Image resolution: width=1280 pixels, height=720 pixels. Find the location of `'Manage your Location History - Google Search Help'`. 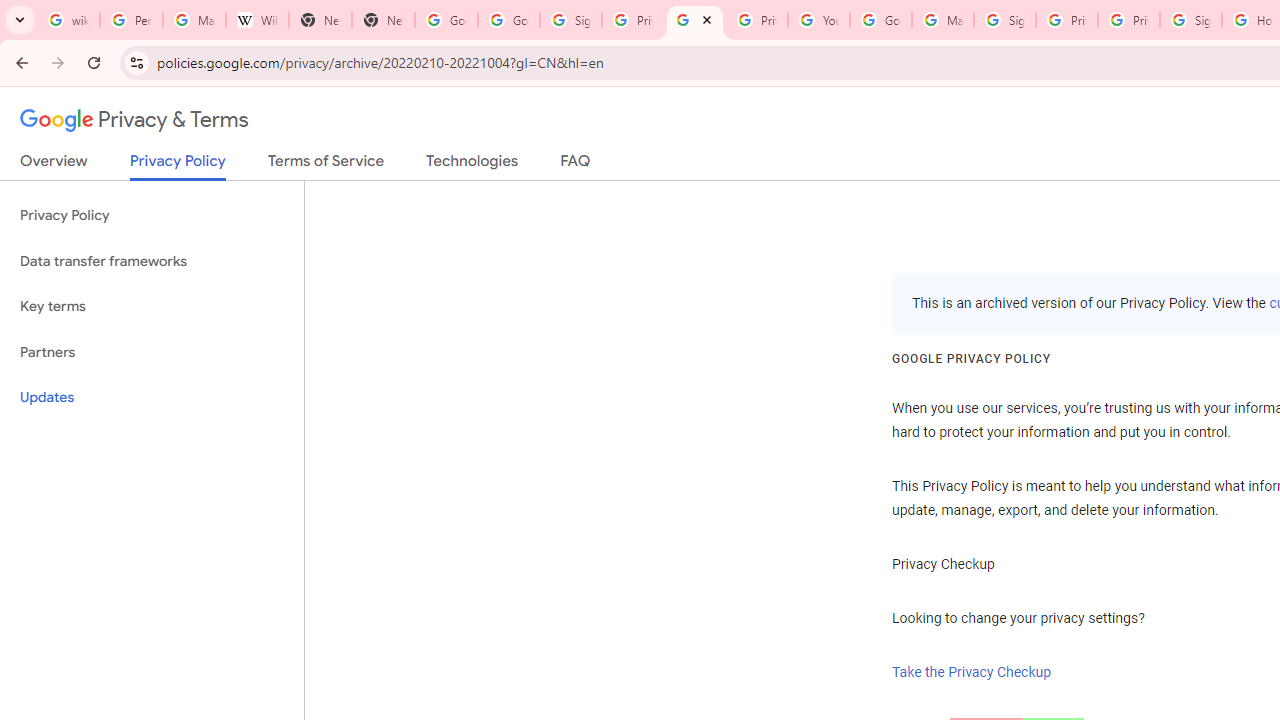

'Manage your Location History - Google Search Help' is located at coordinates (194, 20).